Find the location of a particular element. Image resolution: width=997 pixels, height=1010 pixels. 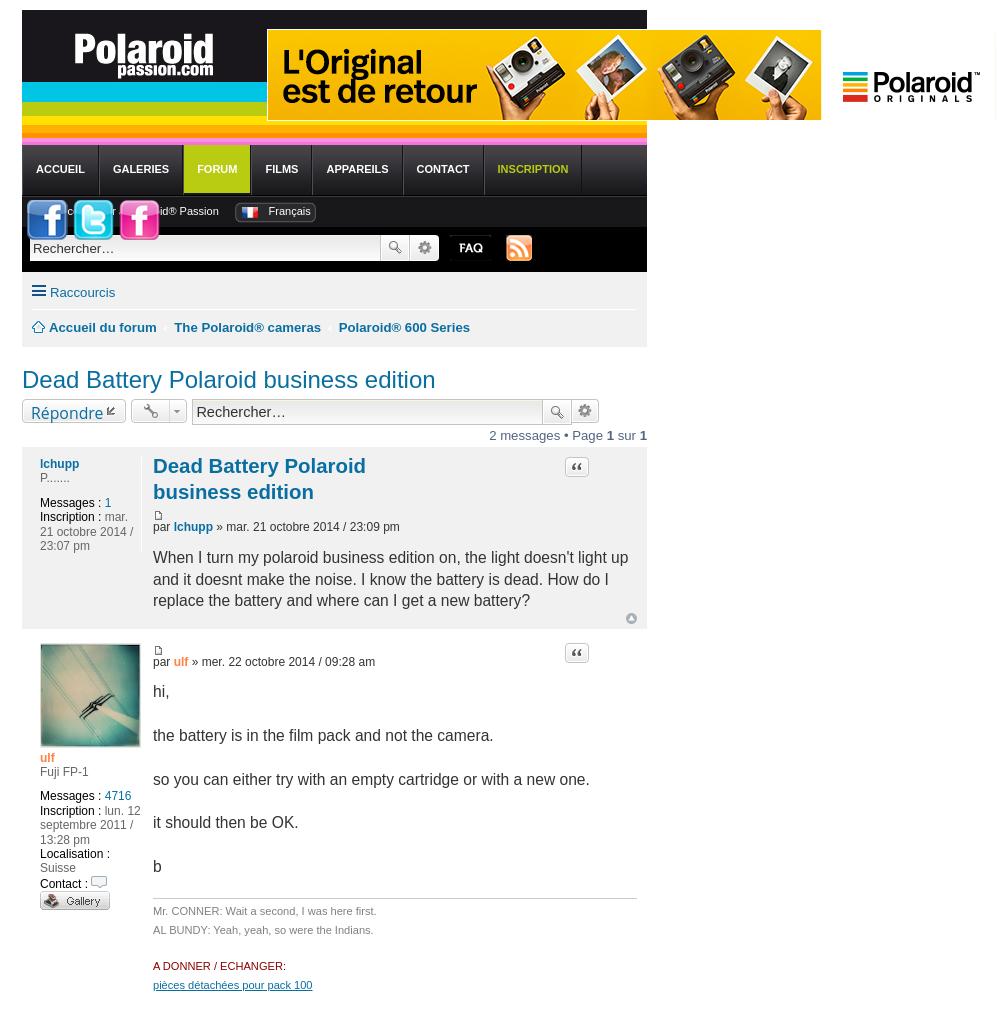

'b' is located at coordinates (156, 865).